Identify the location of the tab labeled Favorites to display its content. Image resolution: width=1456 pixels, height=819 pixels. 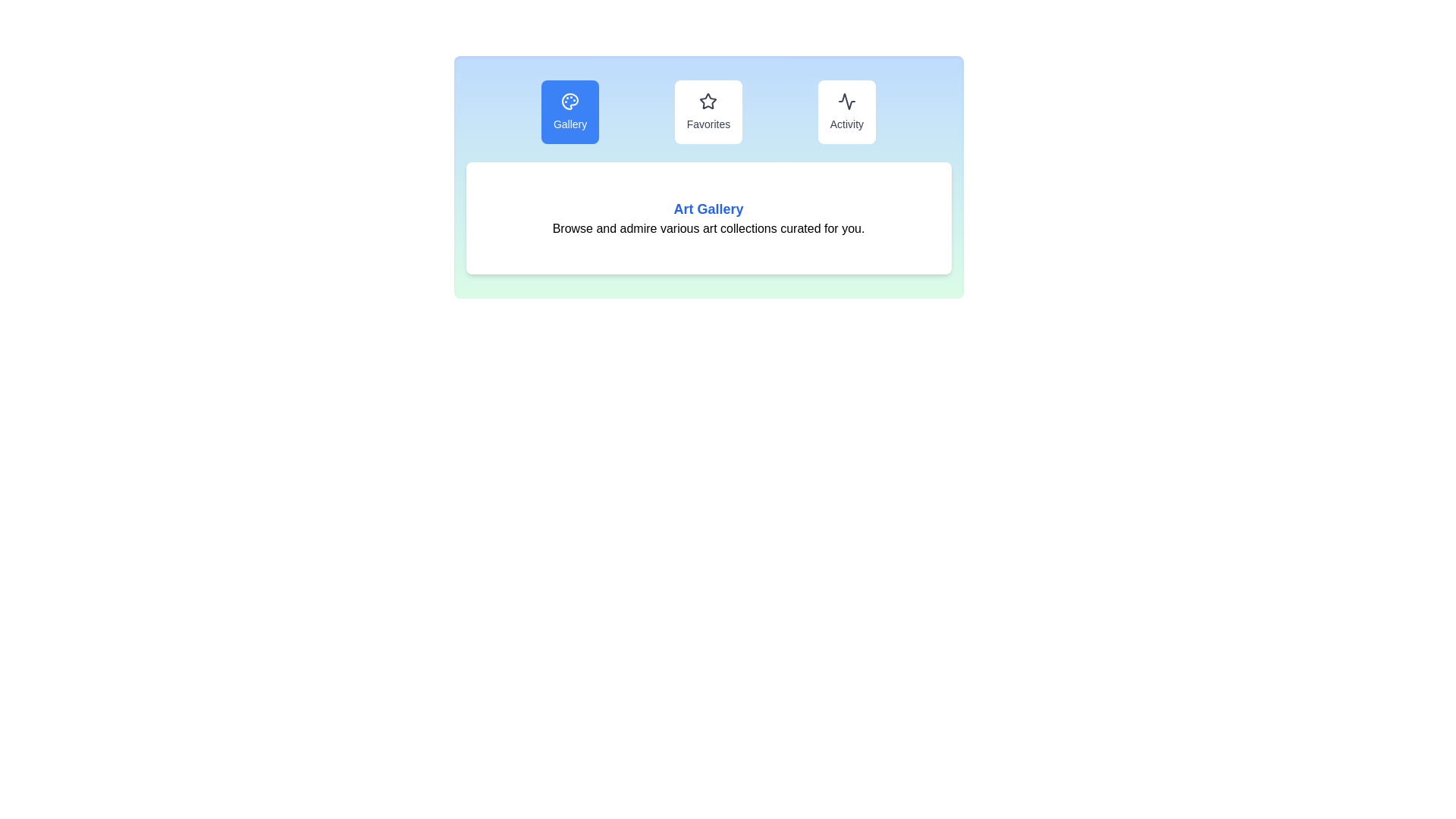
(708, 111).